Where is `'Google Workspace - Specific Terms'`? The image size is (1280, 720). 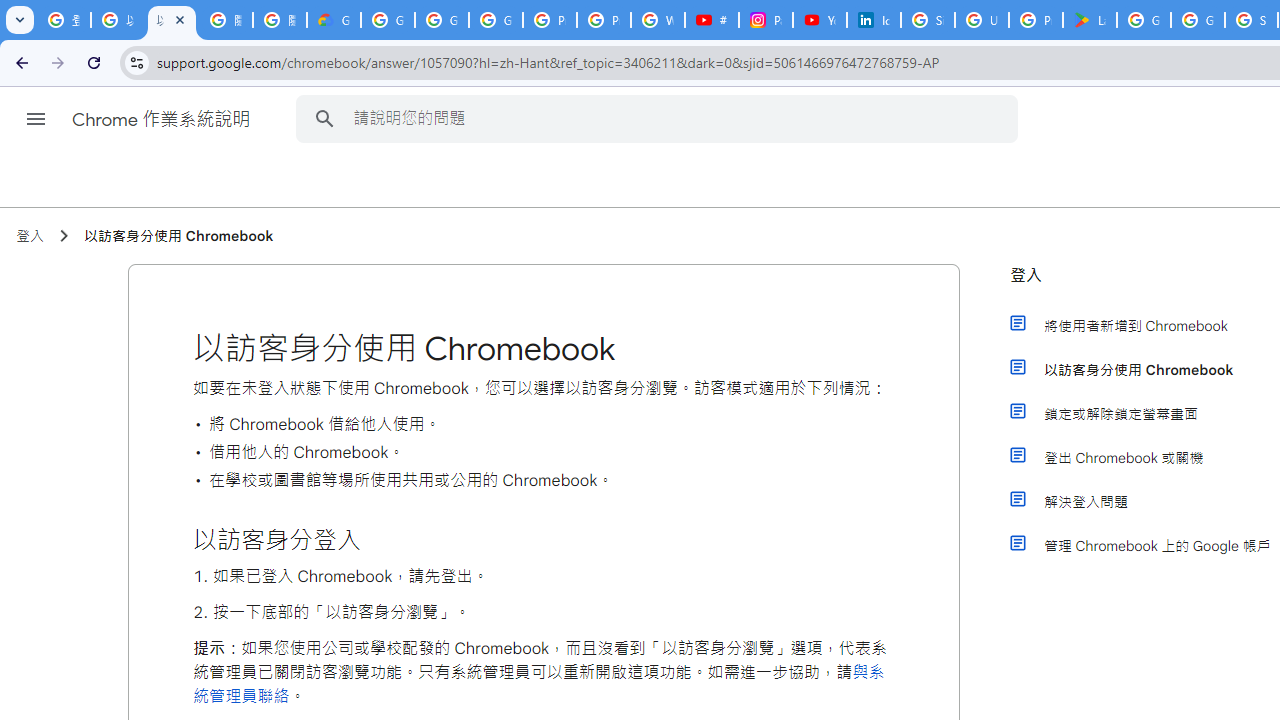
'Google Workspace - Specific Terms' is located at coordinates (1198, 20).